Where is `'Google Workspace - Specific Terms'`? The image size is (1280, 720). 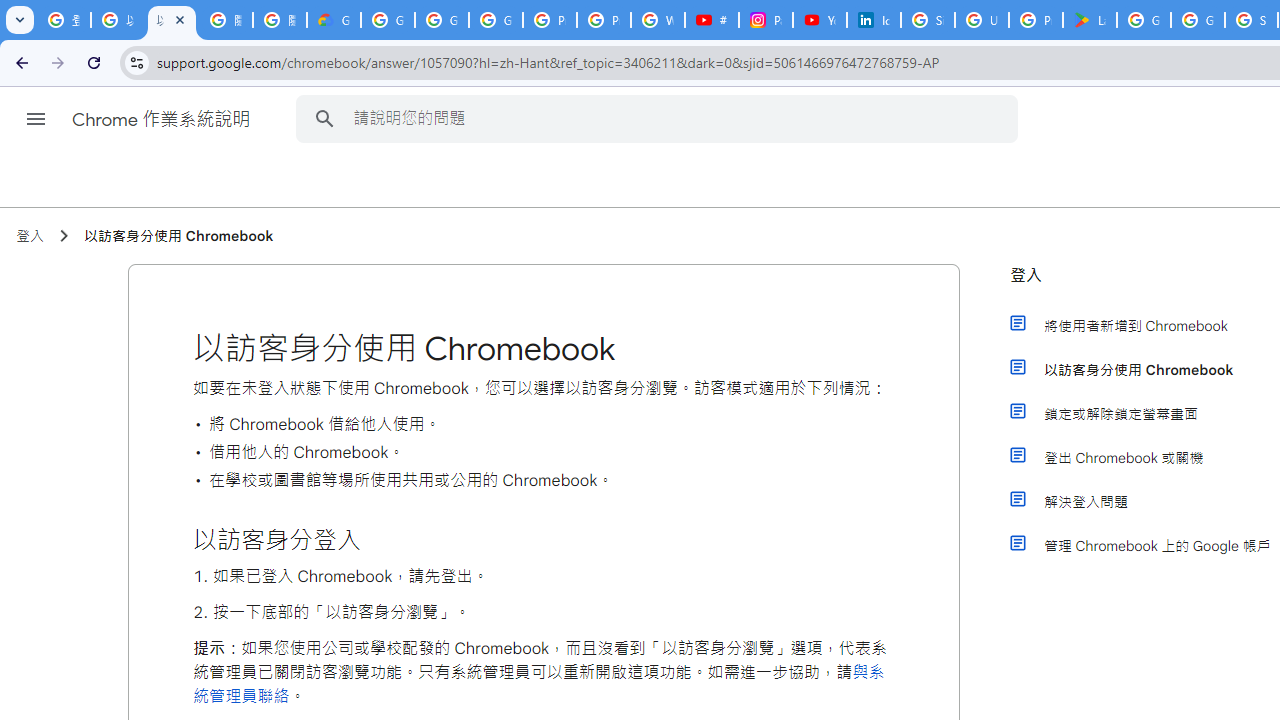
'Google Workspace - Specific Terms' is located at coordinates (1198, 20).